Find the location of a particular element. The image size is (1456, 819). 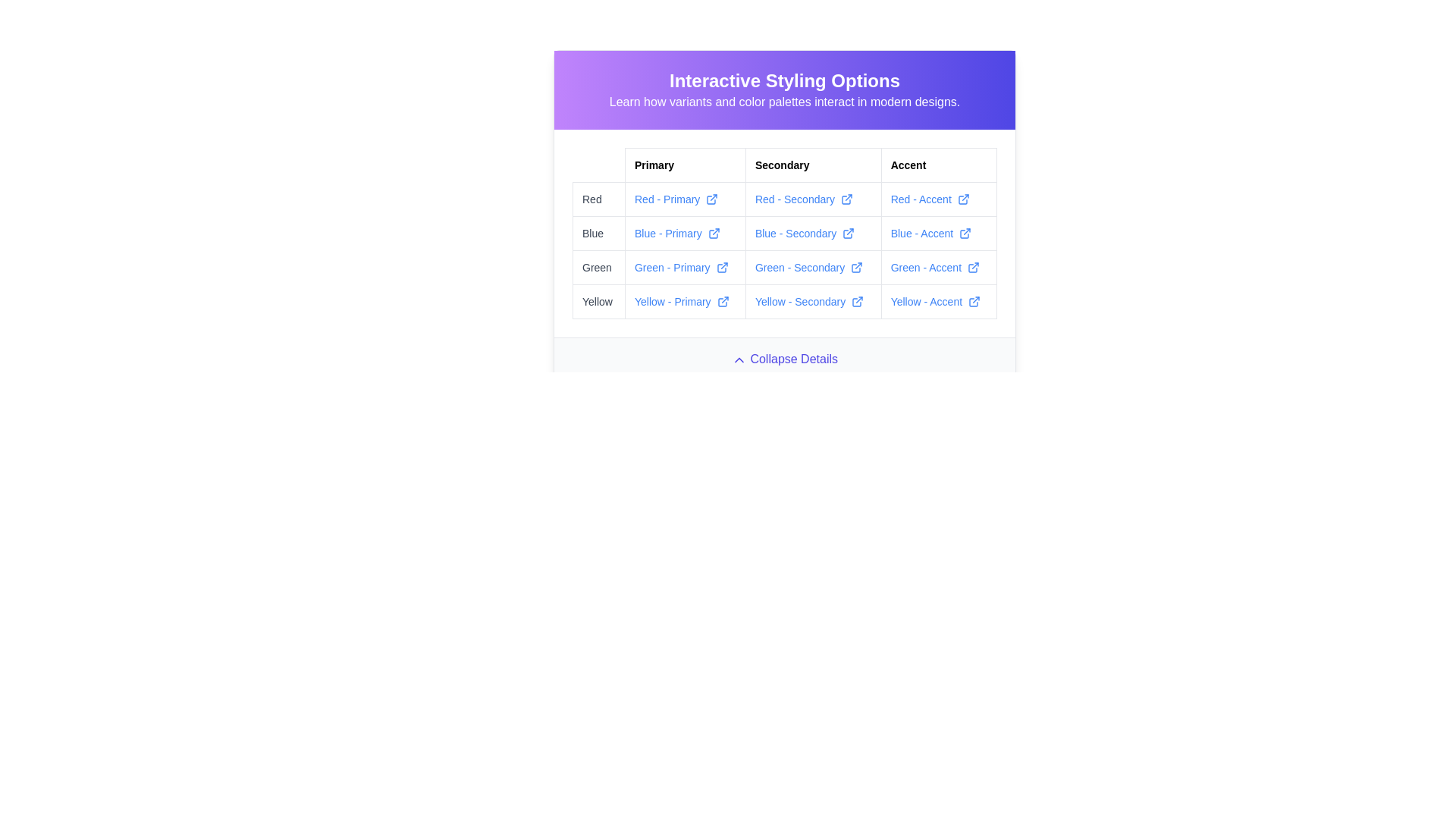

the SVG segment of the external link icon located in the 'Green - Primary' cell of the 'Interactive Styling Options' table is located at coordinates (720, 268).